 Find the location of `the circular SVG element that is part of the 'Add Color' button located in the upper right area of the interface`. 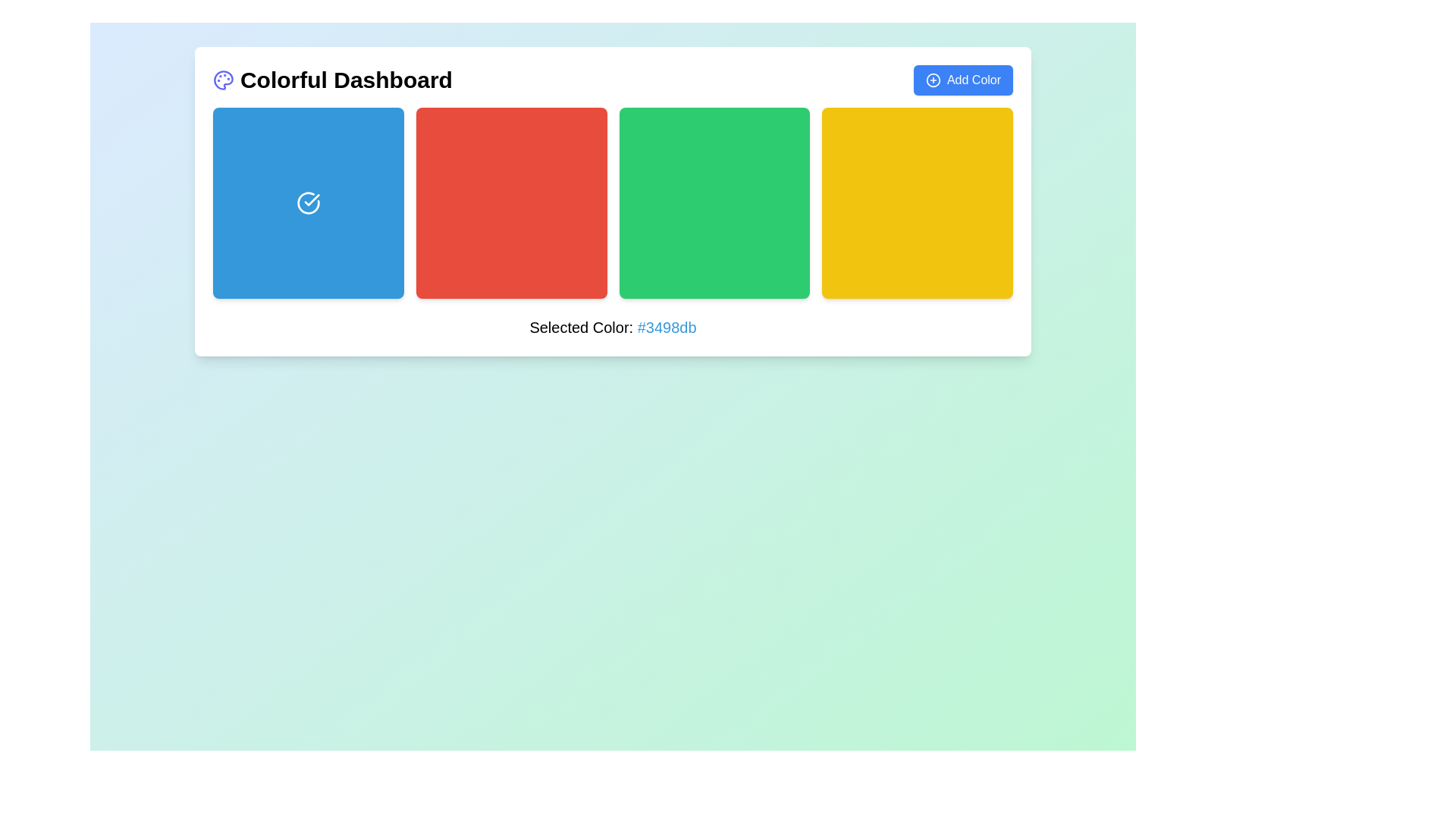

the circular SVG element that is part of the 'Add Color' button located in the upper right area of the interface is located at coordinates (932, 80).